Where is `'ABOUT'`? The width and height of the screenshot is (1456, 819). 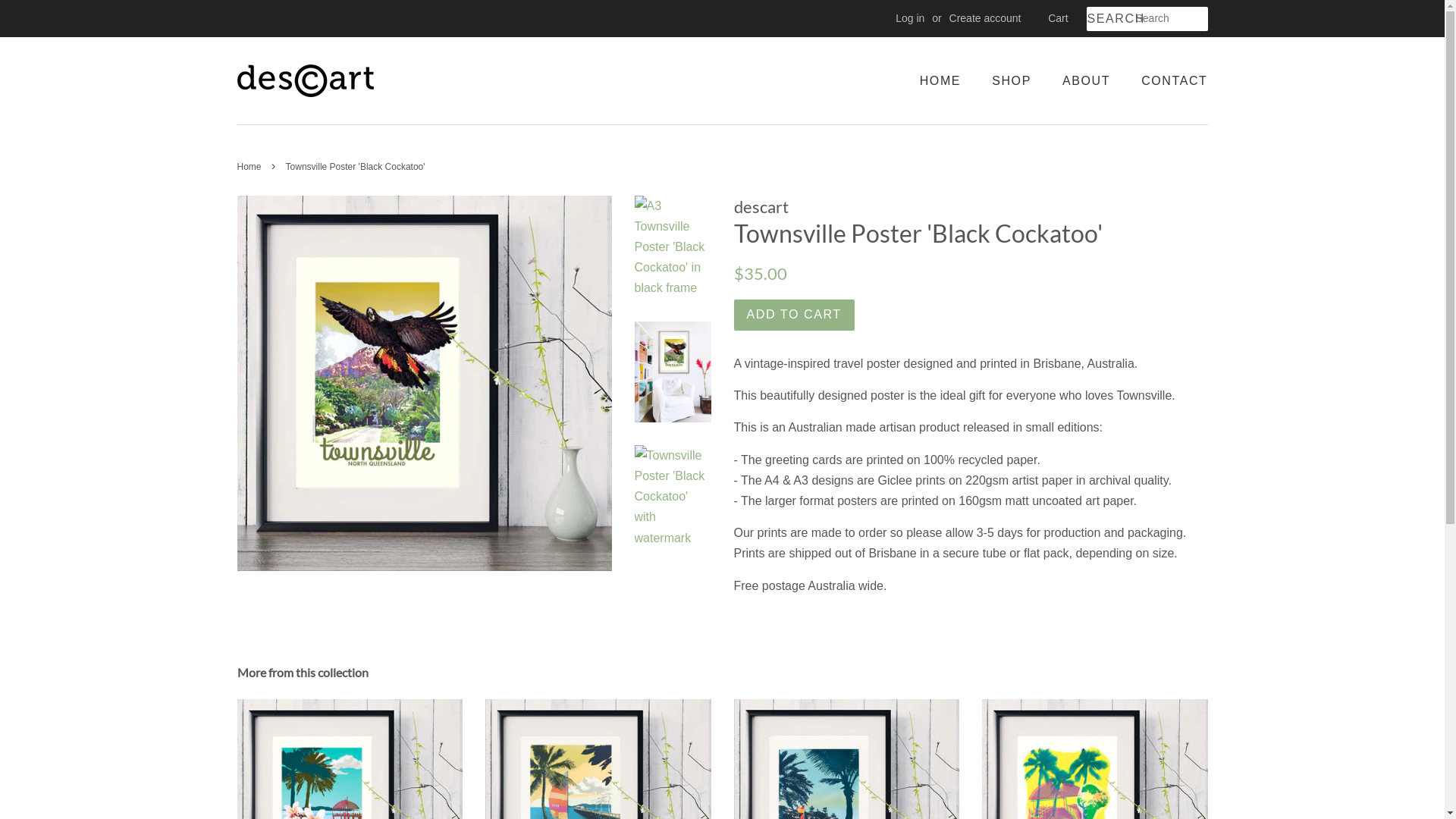
'ABOUT' is located at coordinates (1087, 80).